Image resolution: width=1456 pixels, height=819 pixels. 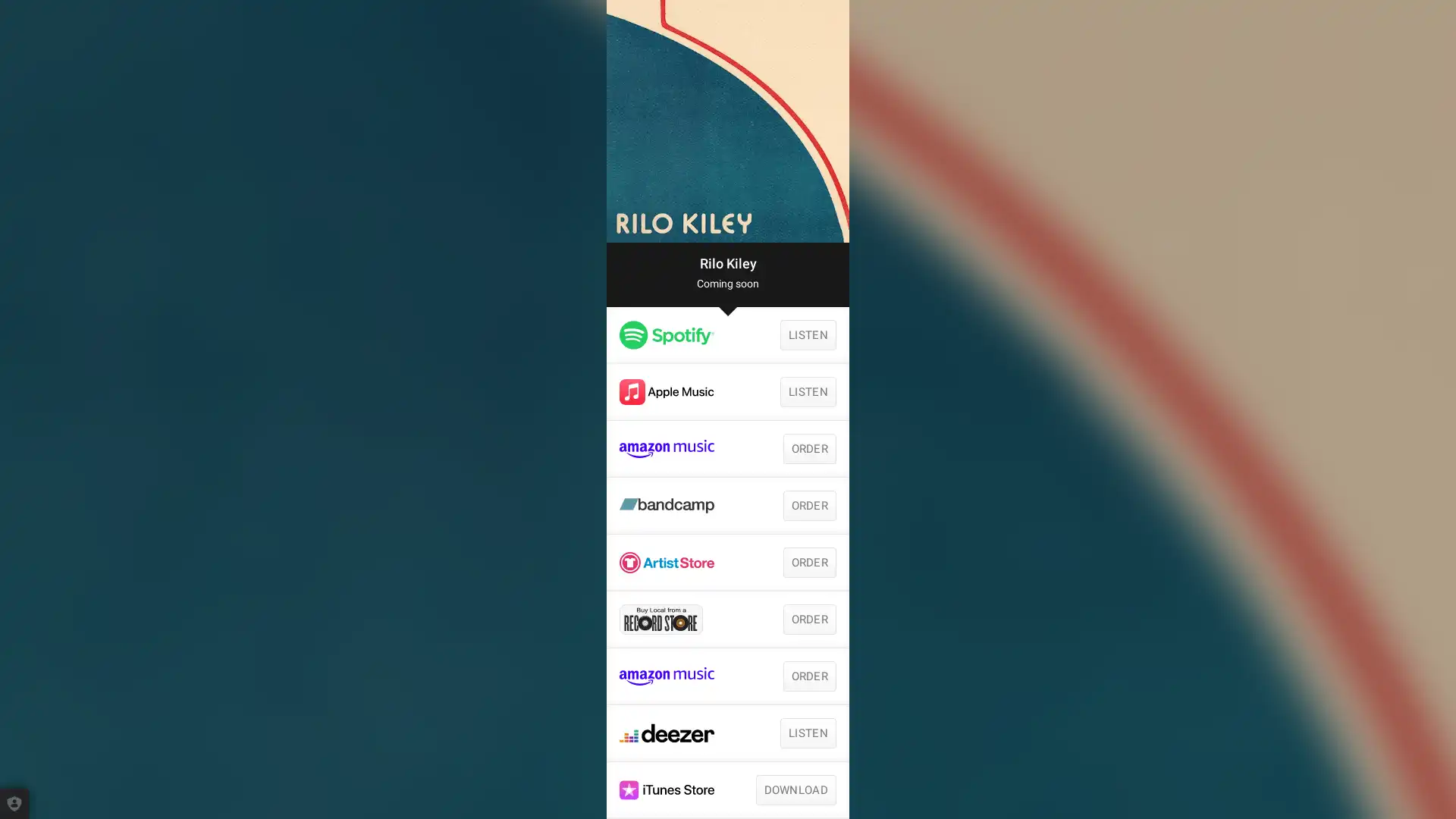 What do you see at coordinates (807, 733) in the screenshot?
I see `LISTEN` at bounding box center [807, 733].